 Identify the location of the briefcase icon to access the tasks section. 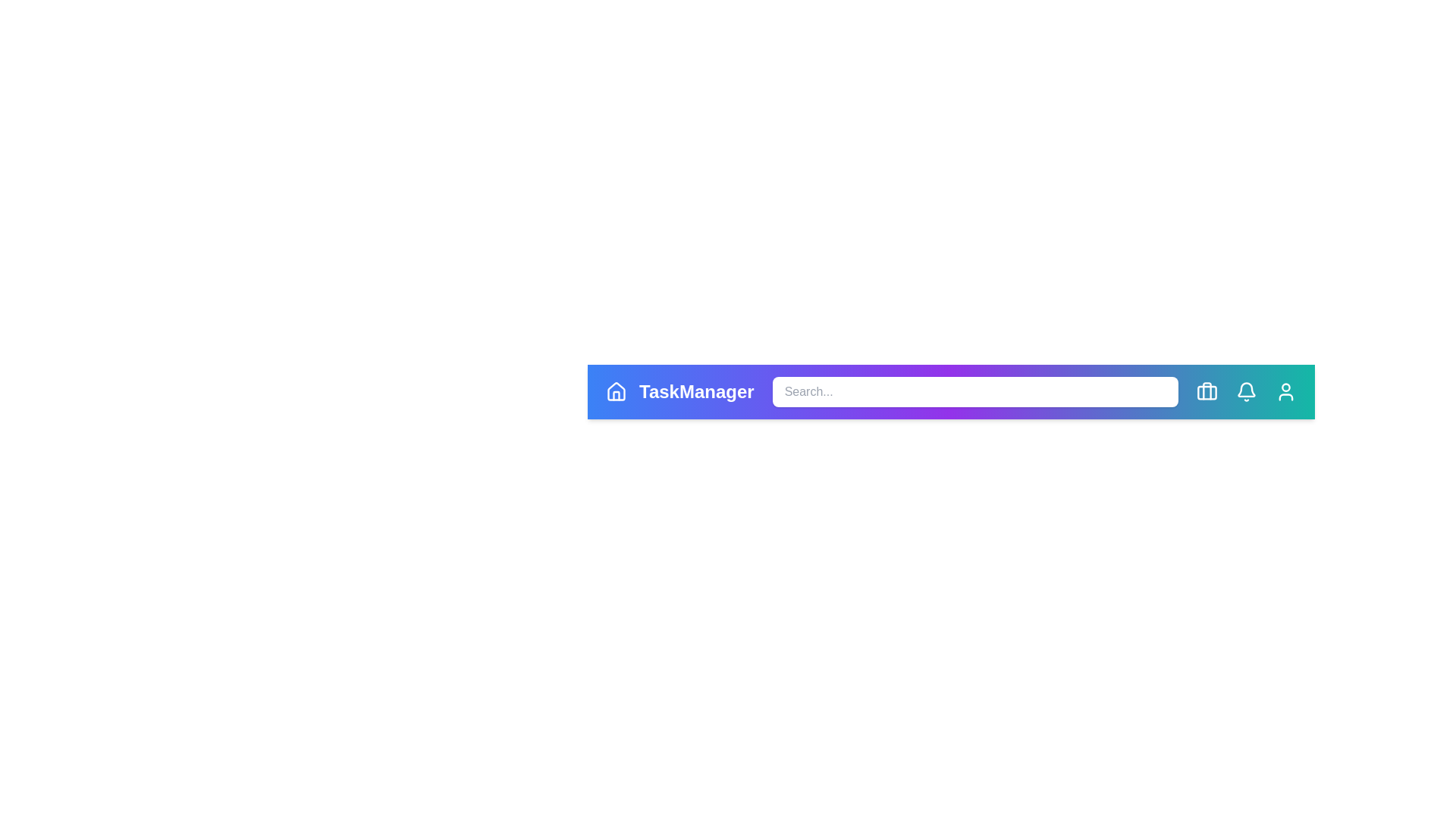
(1207, 391).